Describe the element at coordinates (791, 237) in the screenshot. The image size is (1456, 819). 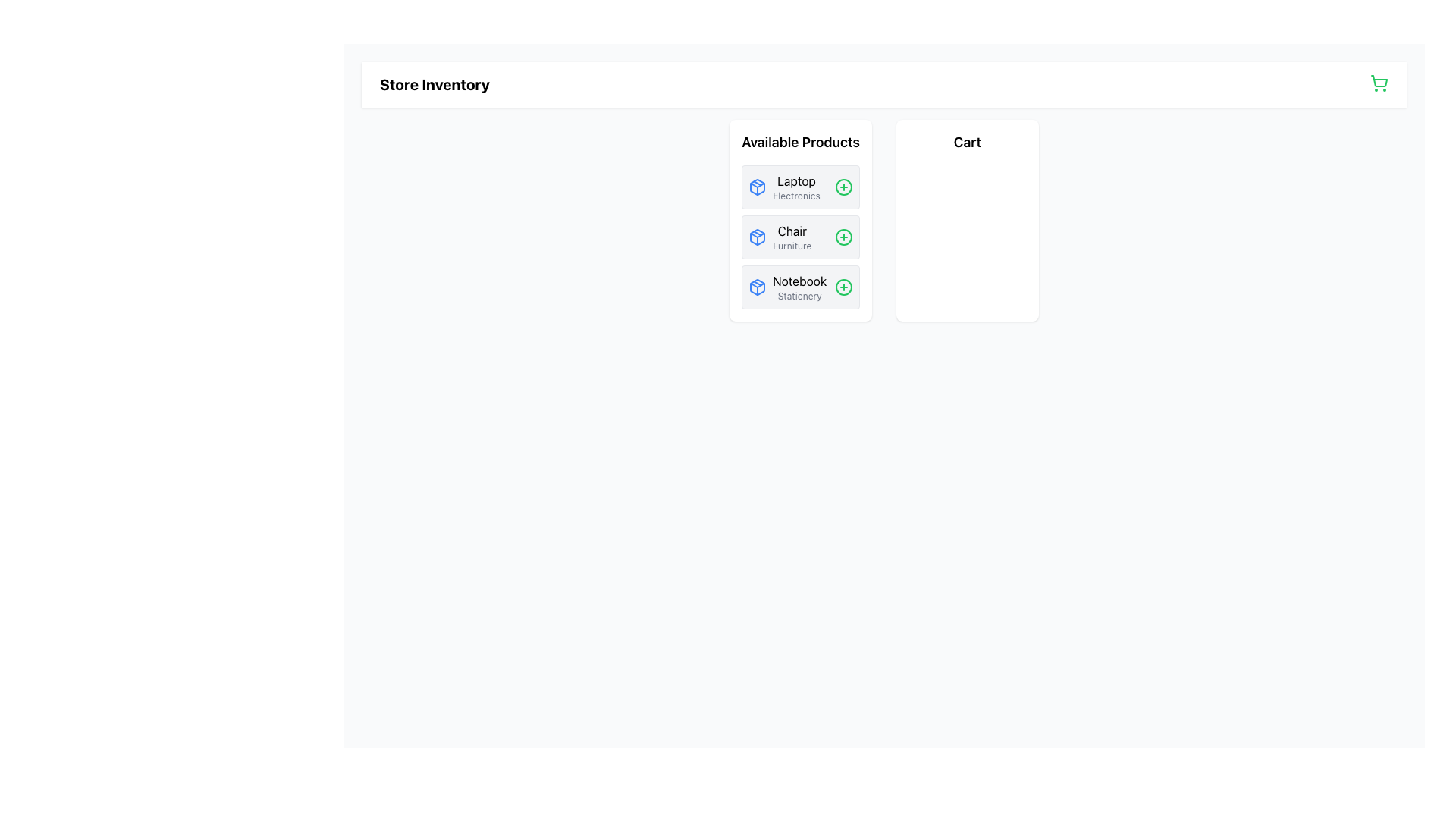
I see `the 'Chair' product label in the 'Available Products' column, which is positioned between 'Laptop Electronics' and 'Notebook Stationery'` at that location.